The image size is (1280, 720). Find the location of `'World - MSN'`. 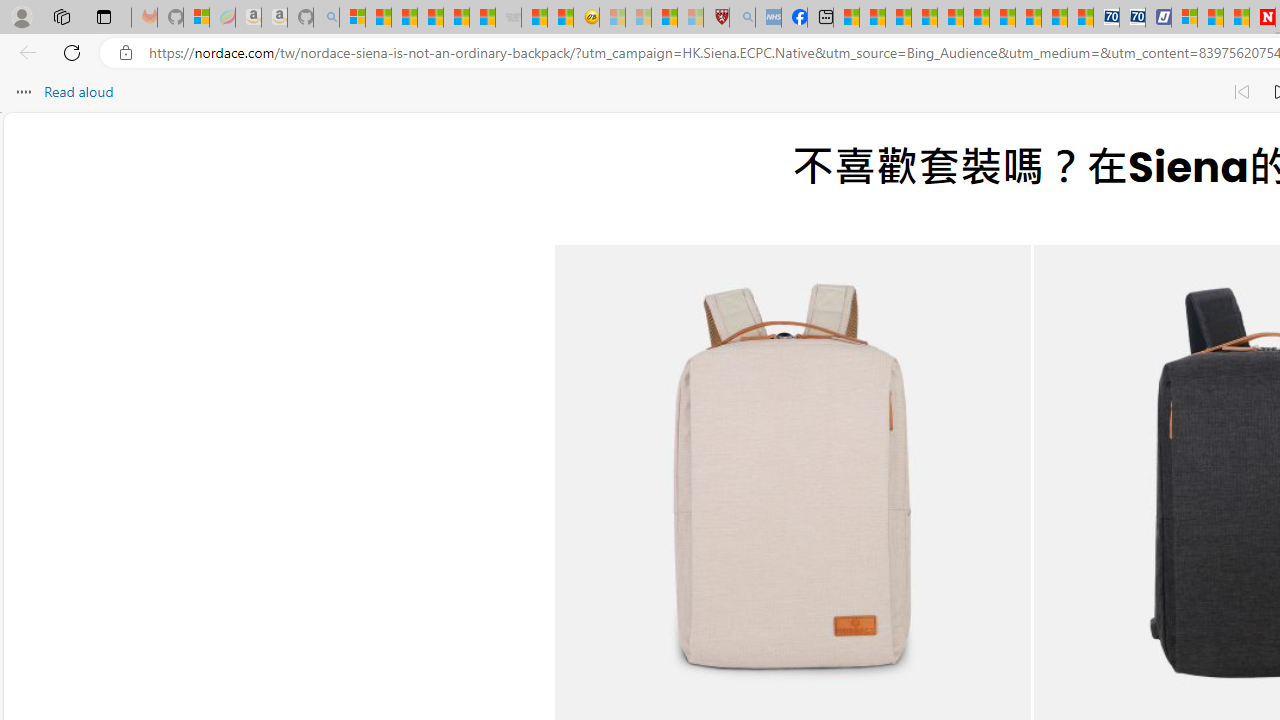

'World - MSN' is located at coordinates (897, 17).